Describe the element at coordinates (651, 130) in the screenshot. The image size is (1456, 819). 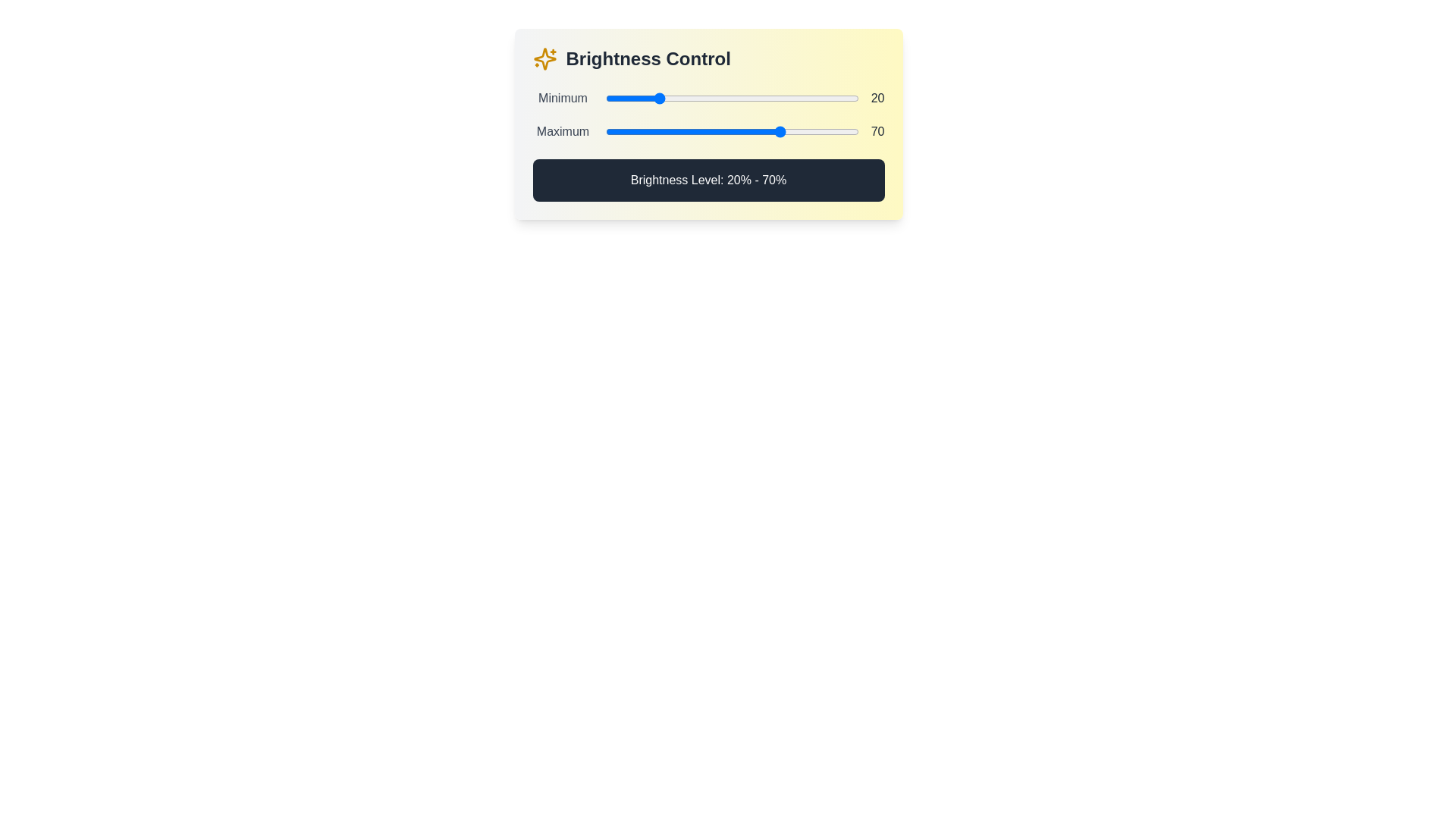
I see `the maximum brightness level to 18% by interacting with the second slider` at that location.